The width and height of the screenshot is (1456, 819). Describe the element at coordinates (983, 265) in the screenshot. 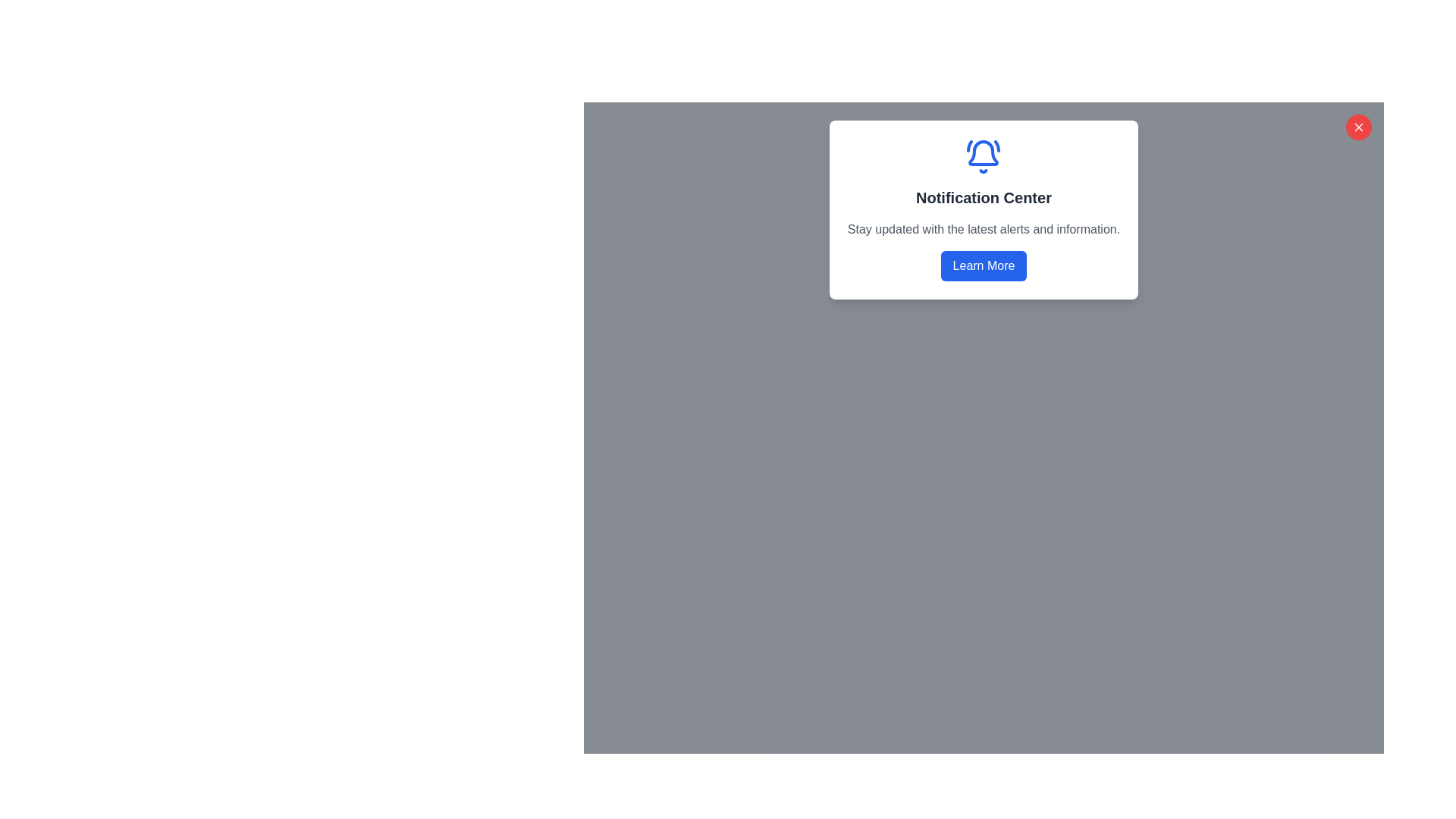

I see `the 'Learn More' button, which is a rectangular button with rounded edges, styled in blue with white text, located in the 'Notification Center' panel at the bottom and centrally aligned` at that location.